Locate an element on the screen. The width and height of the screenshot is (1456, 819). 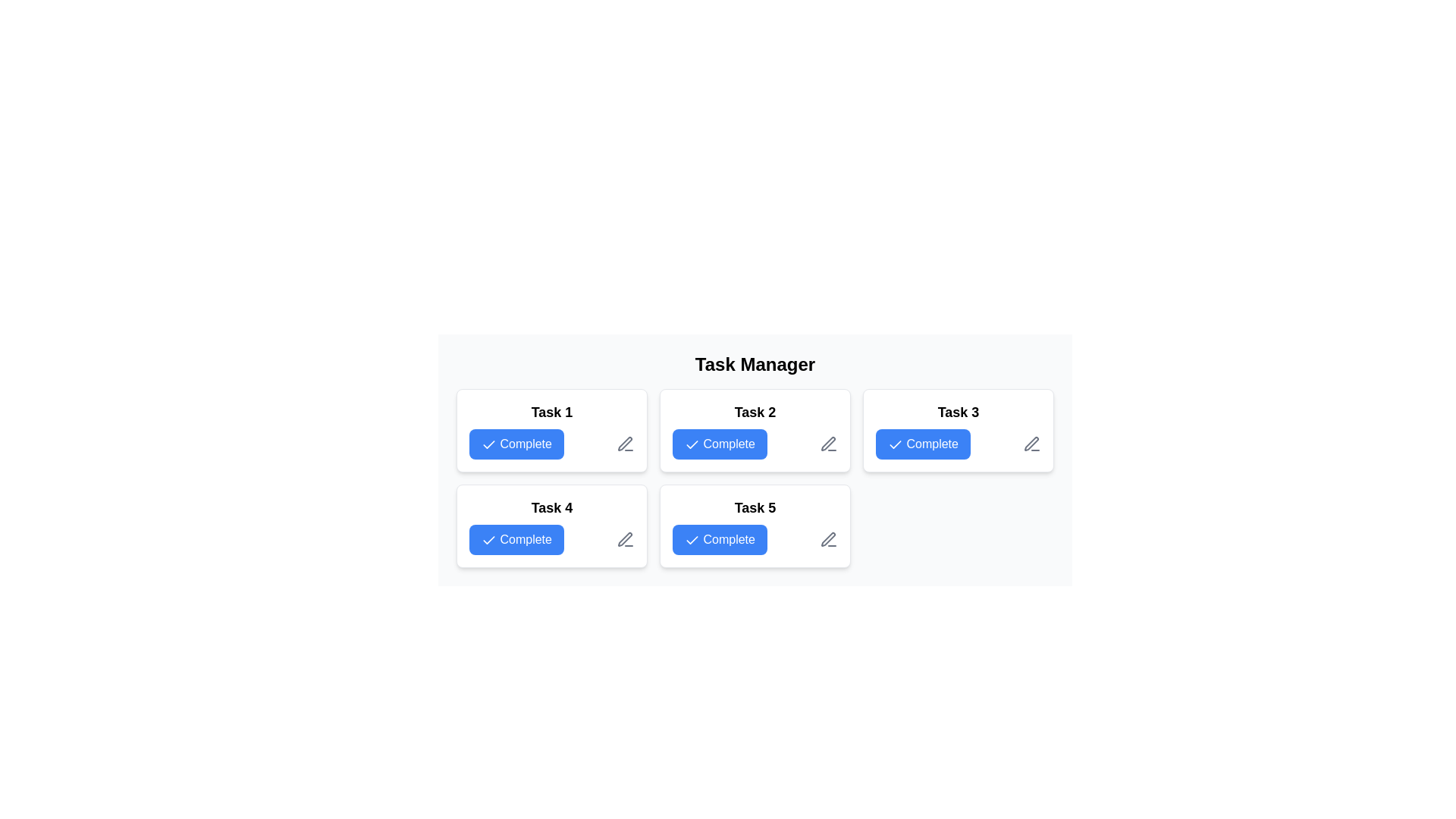
the text label displaying 'Task 5' at the top of the 'Task 5 Complete' card in the task grid is located at coordinates (755, 508).